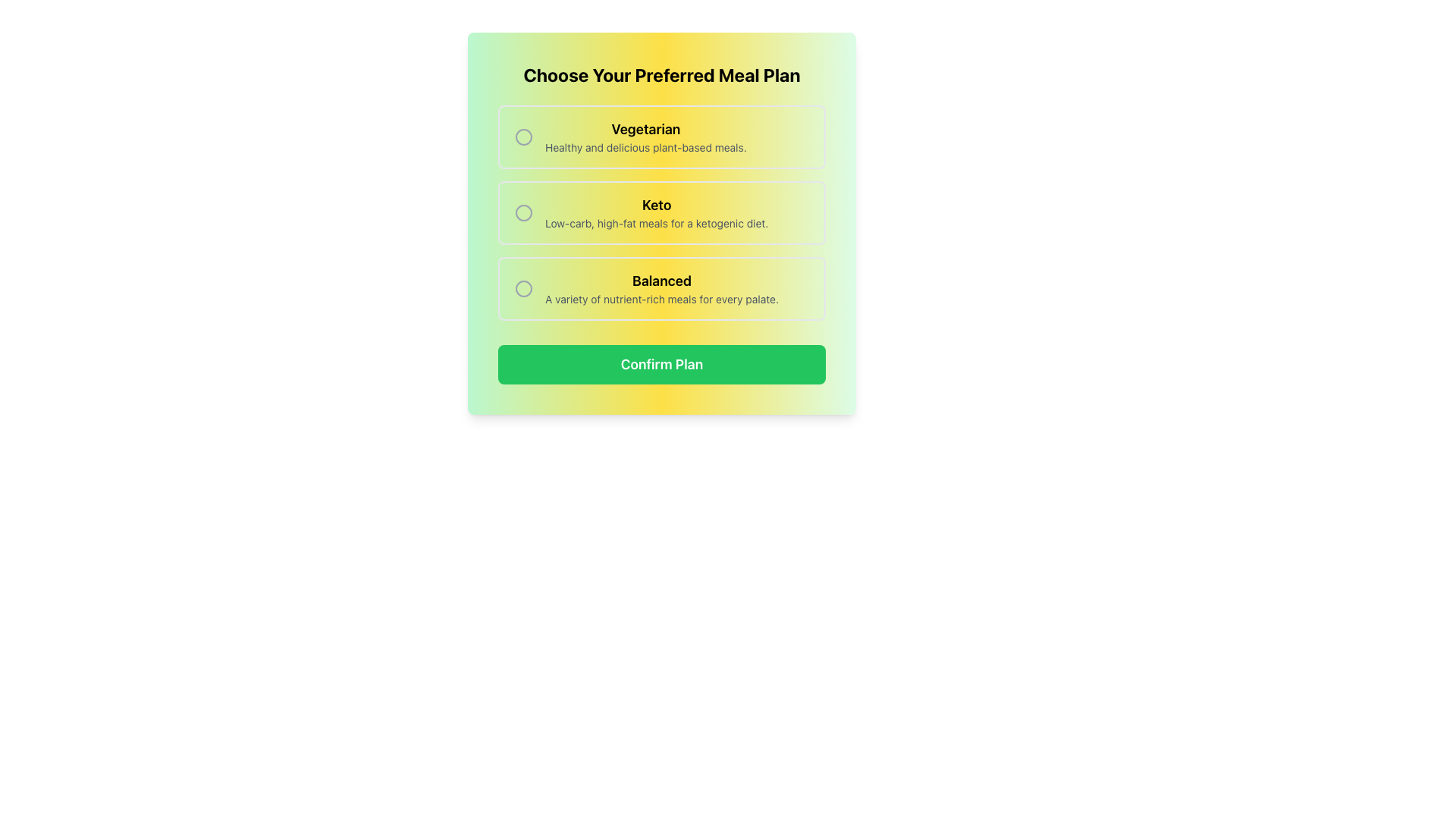  I want to click on the descriptive text below the 'Balanced' label in the third meal plan option card, so click(662, 299).